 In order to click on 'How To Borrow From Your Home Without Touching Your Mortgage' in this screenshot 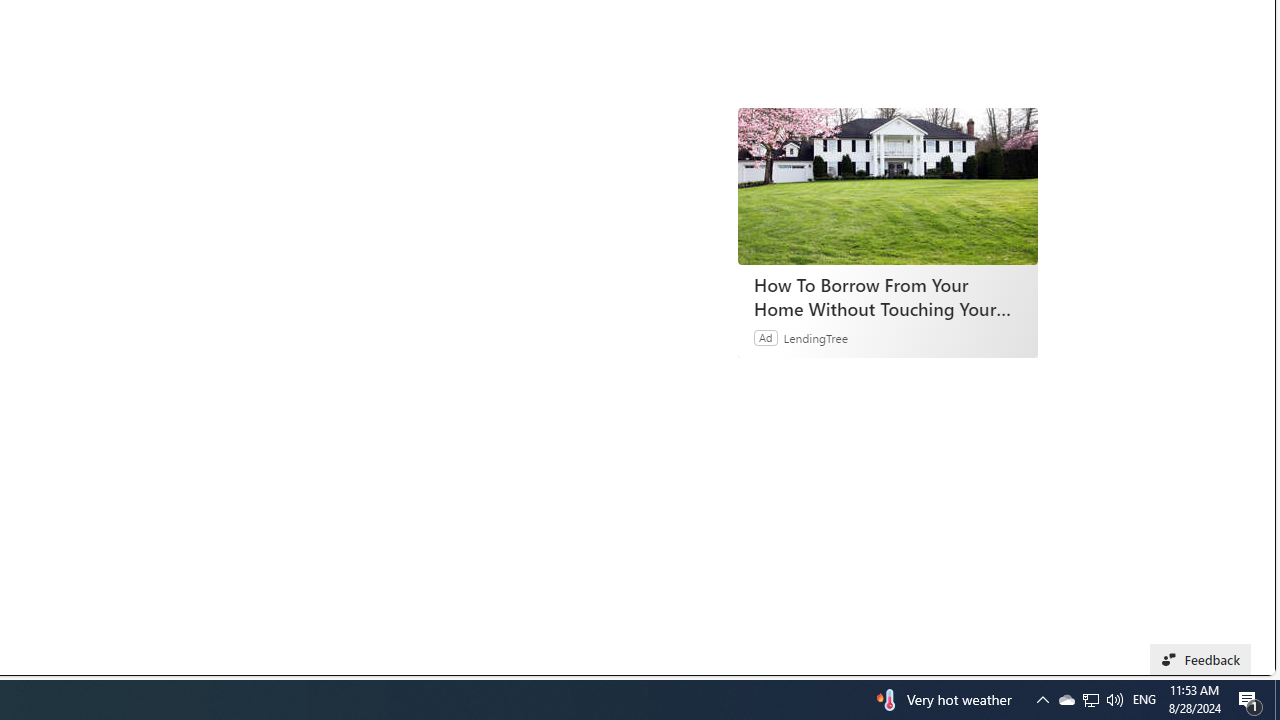, I will do `click(887, 186)`.